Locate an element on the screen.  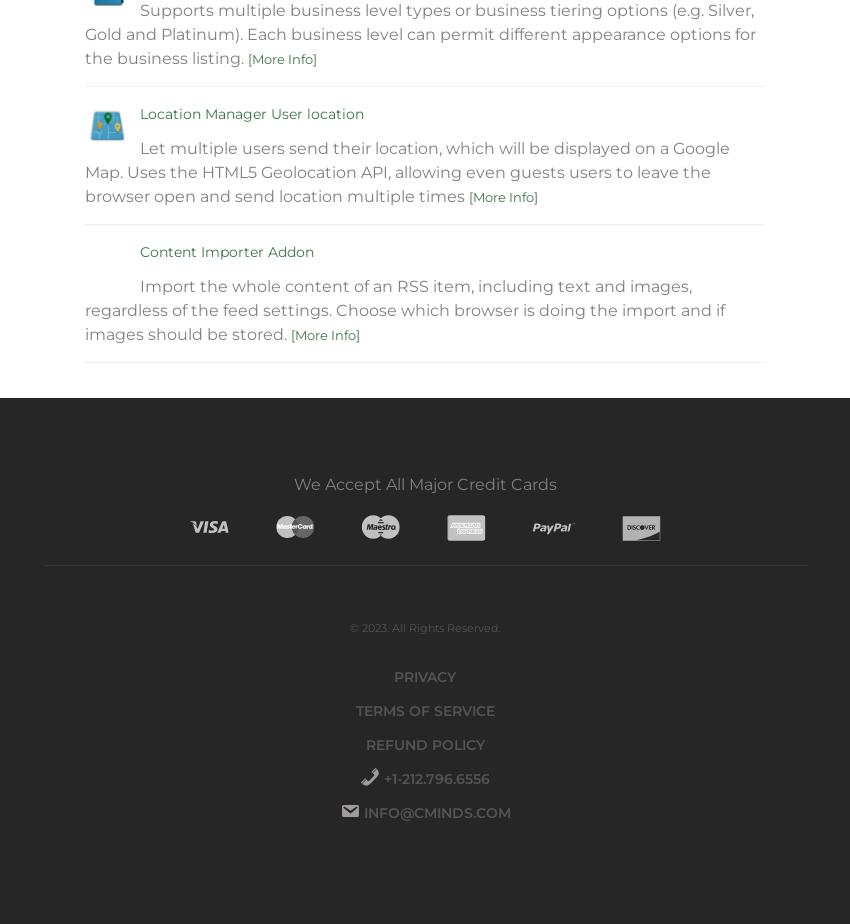
'Supports multiple business level types or business tiering options (e.g. Silver, Gold and Platinum). Each business level can permit different appearance options for the business listing.' is located at coordinates (420, 34).